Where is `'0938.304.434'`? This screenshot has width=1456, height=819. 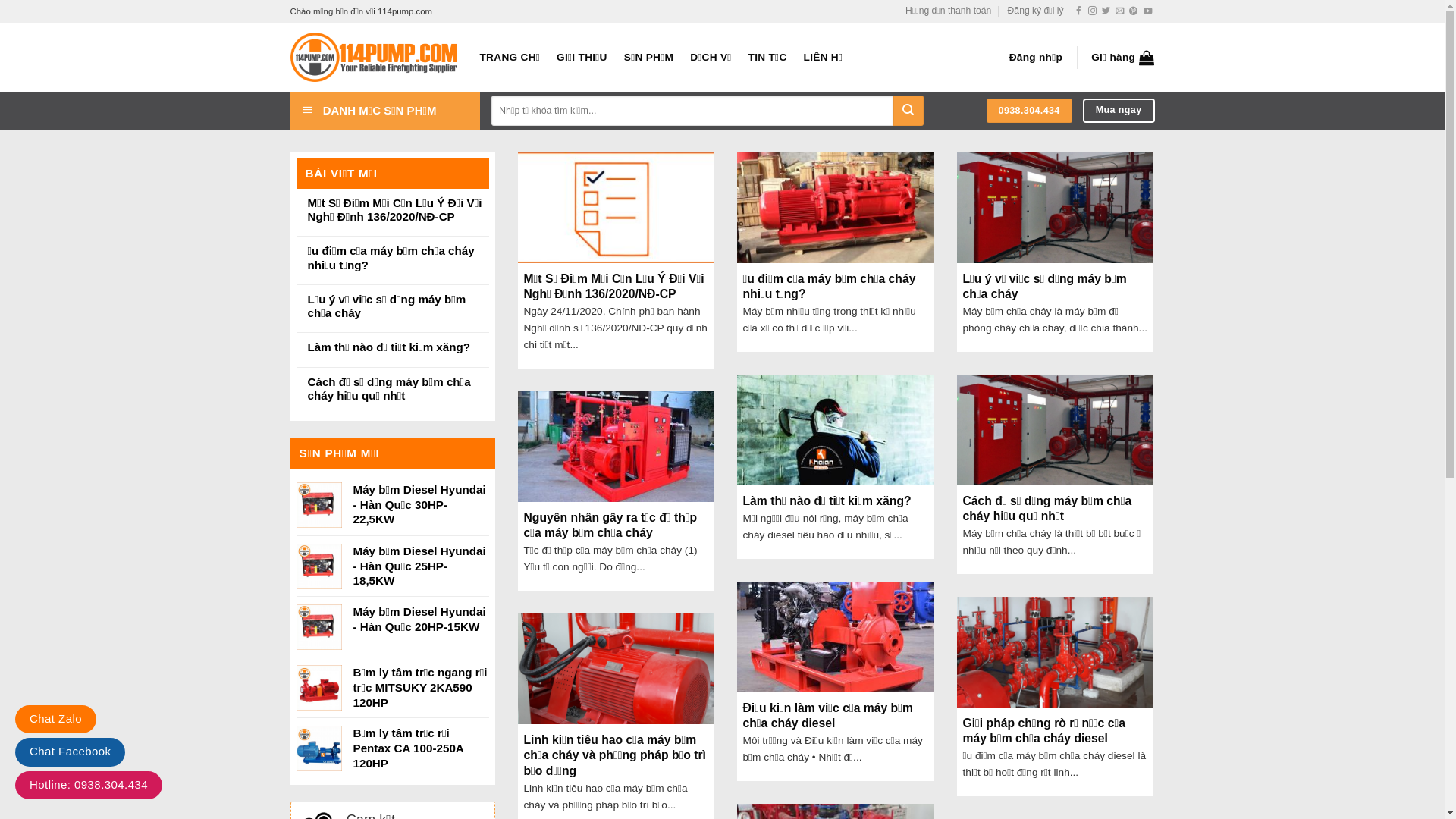
'0938.304.434' is located at coordinates (1029, 110).